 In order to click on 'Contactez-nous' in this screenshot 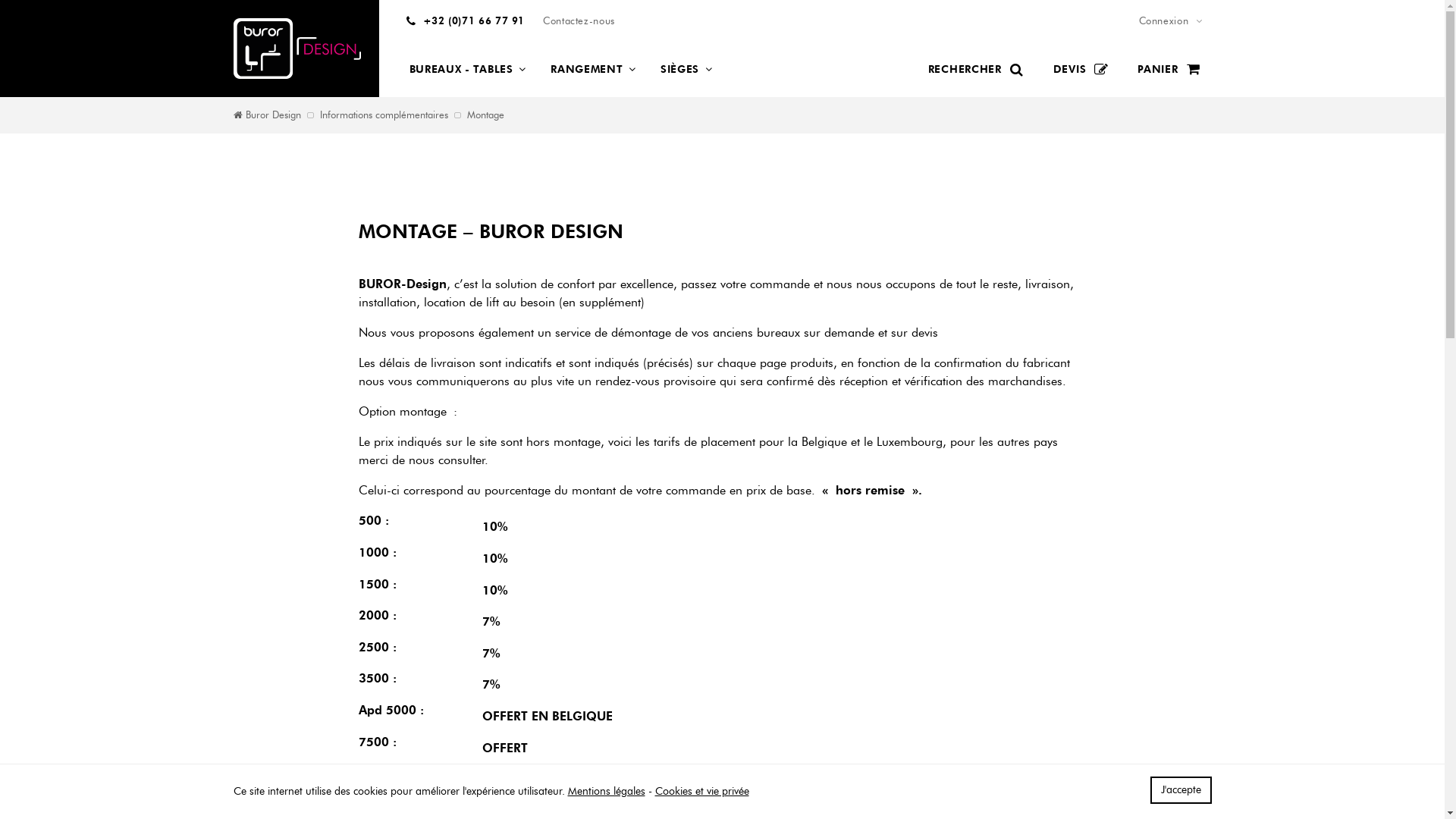, I will do `click(534, 20)`.